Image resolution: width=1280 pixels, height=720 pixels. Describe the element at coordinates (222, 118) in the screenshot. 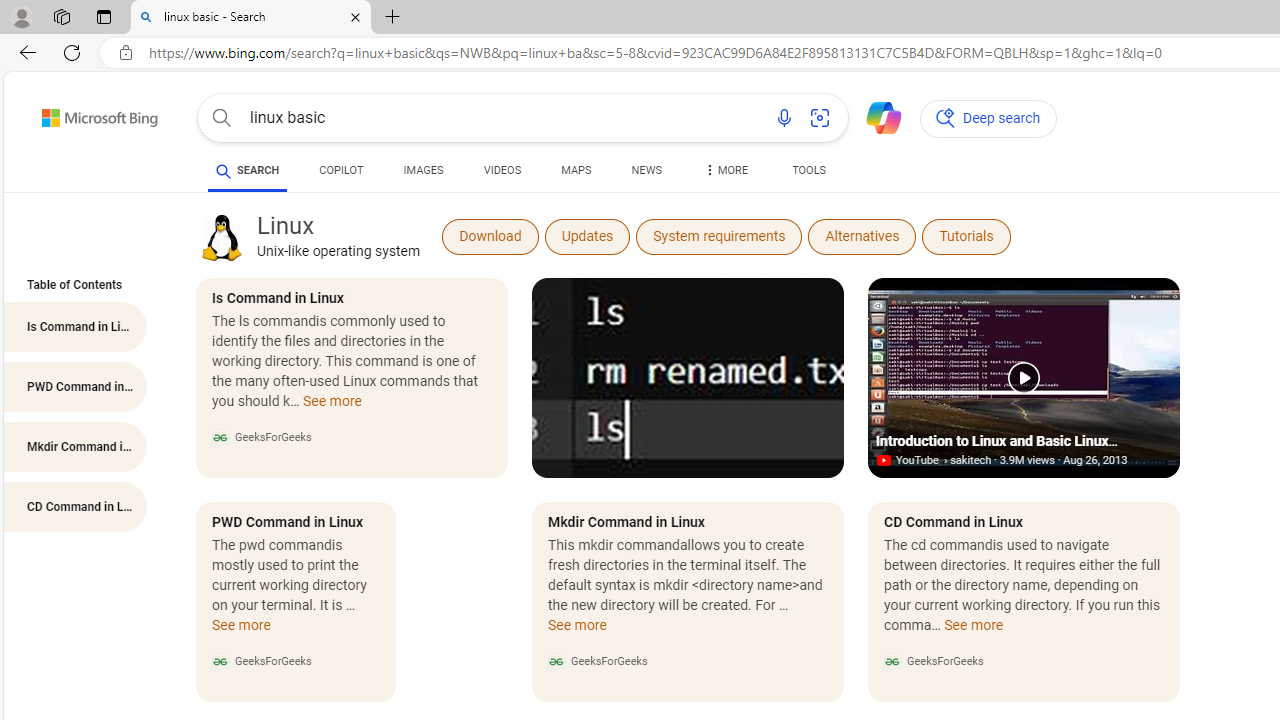

I see `'Search button'` at that location.